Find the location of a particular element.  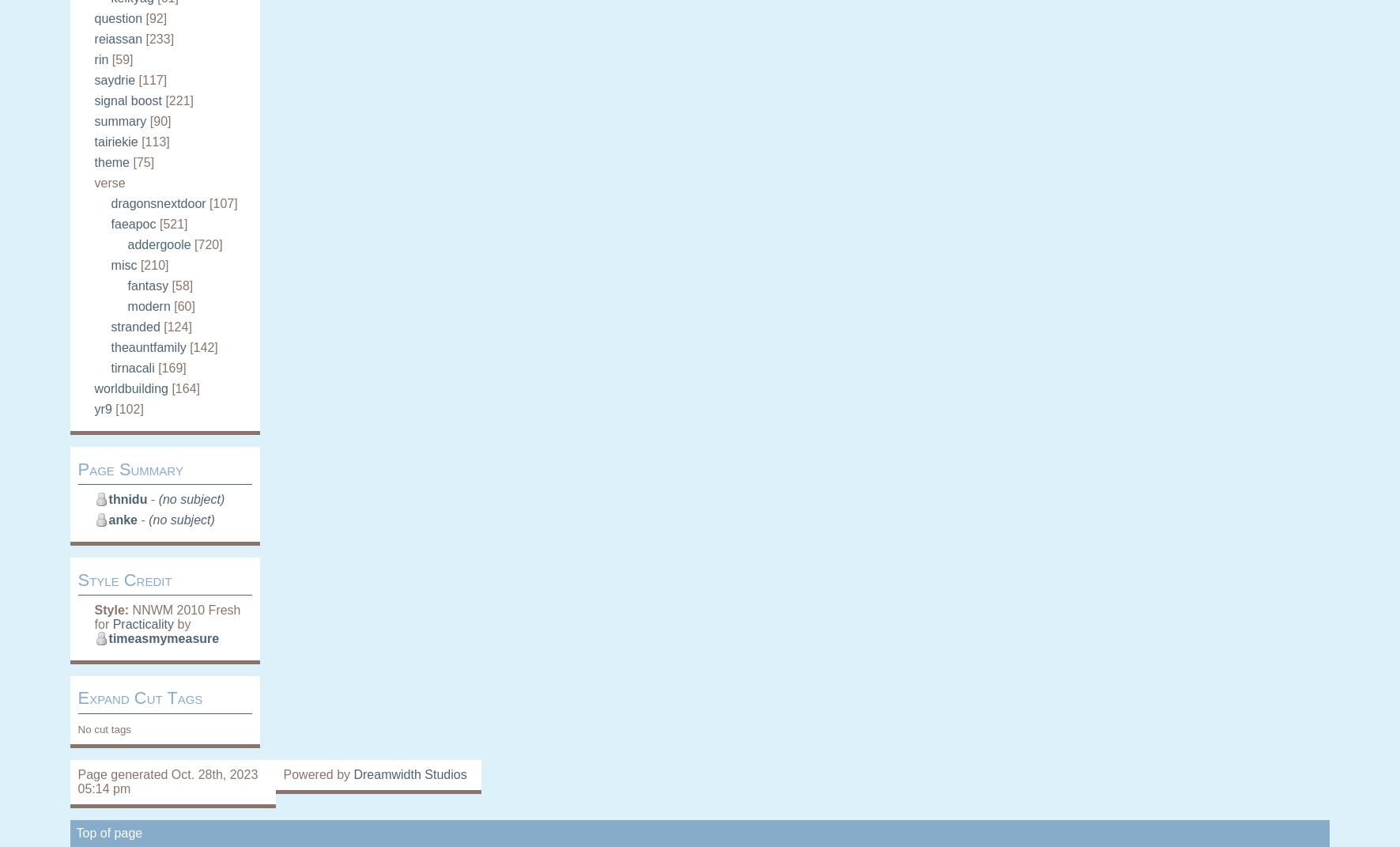

'by' is located at coordinates (182, 622).